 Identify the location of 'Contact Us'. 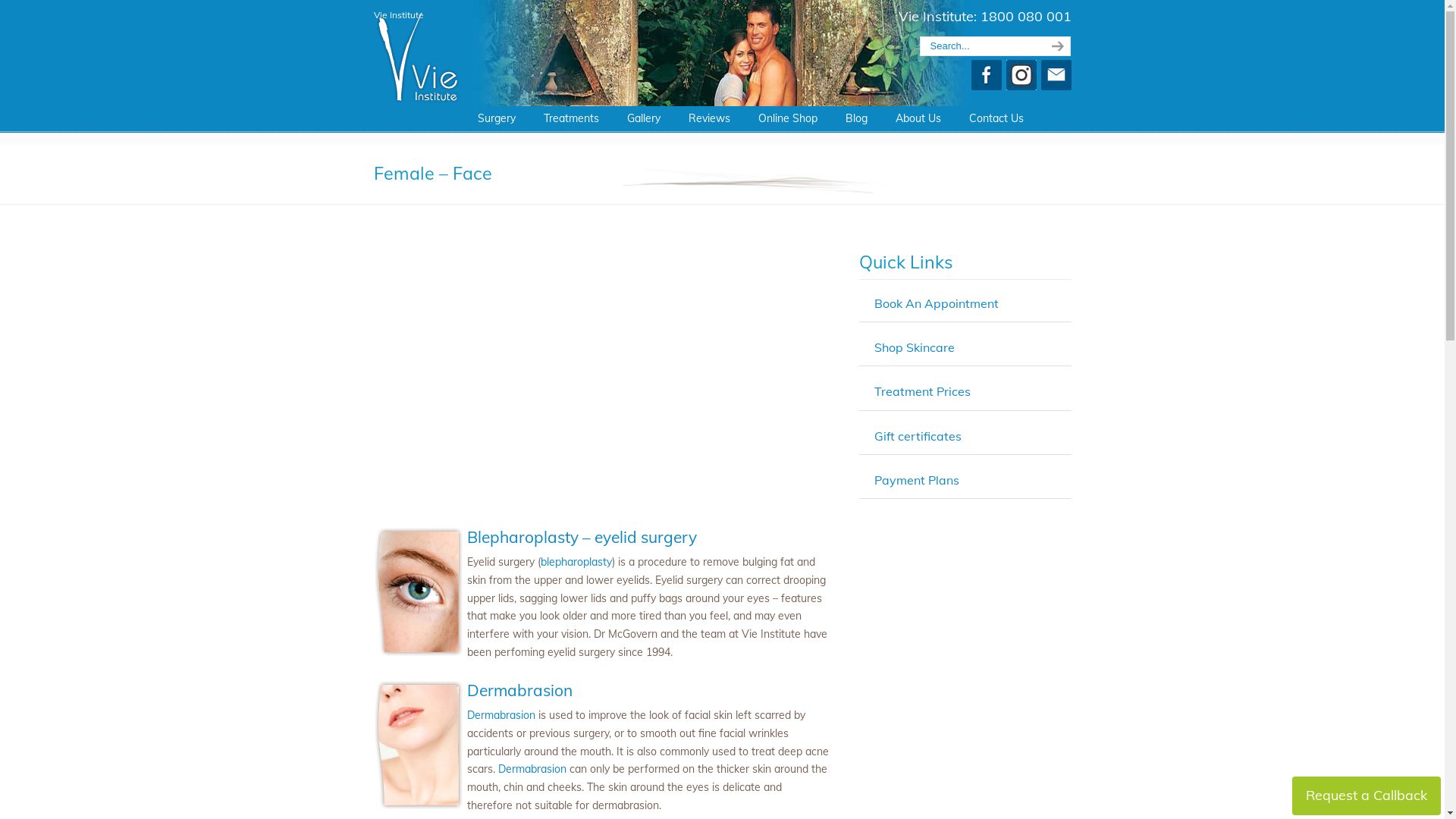
(996, 117).